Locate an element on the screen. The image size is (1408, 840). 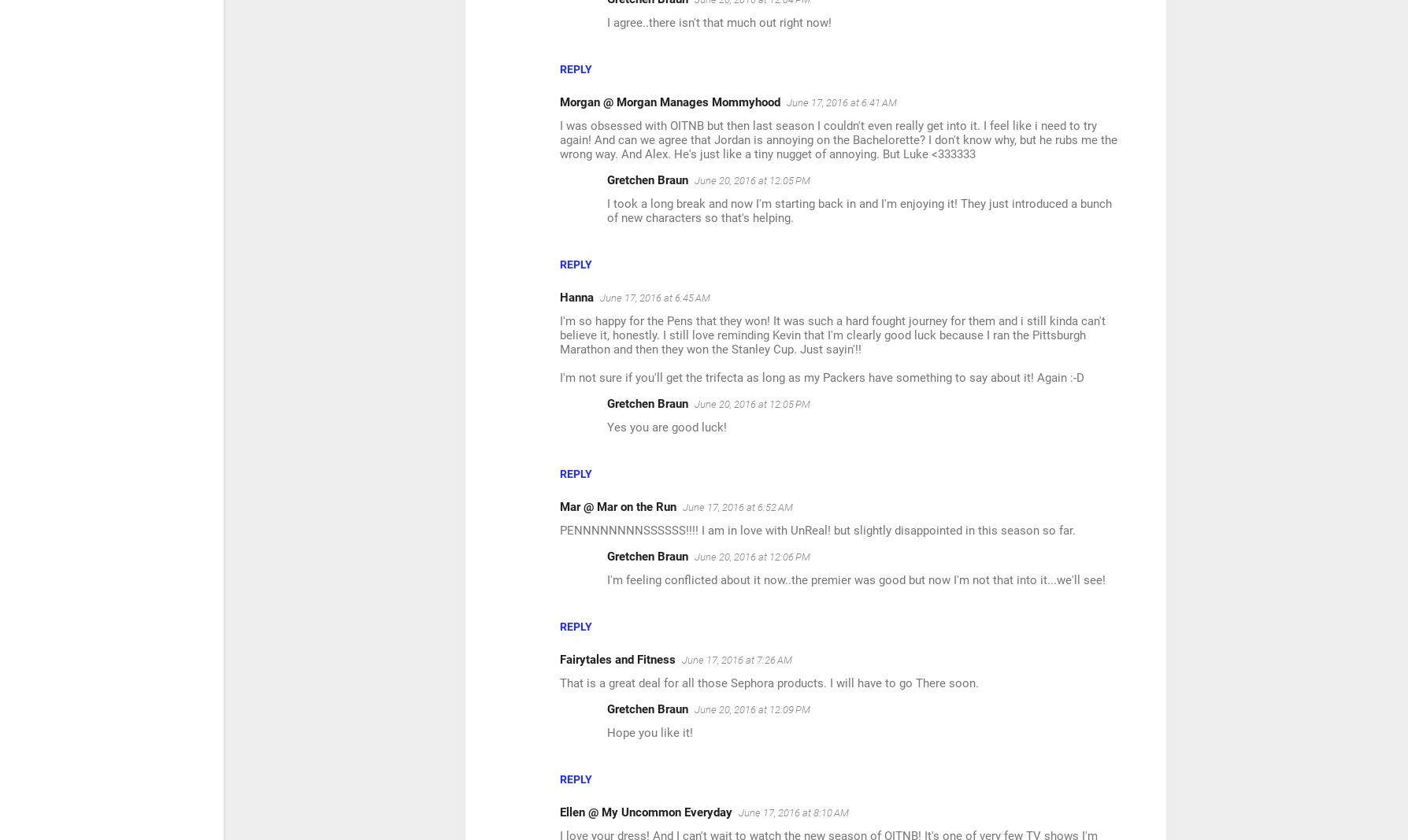
'Hope you like it!' is located at coordinates (649, 732).